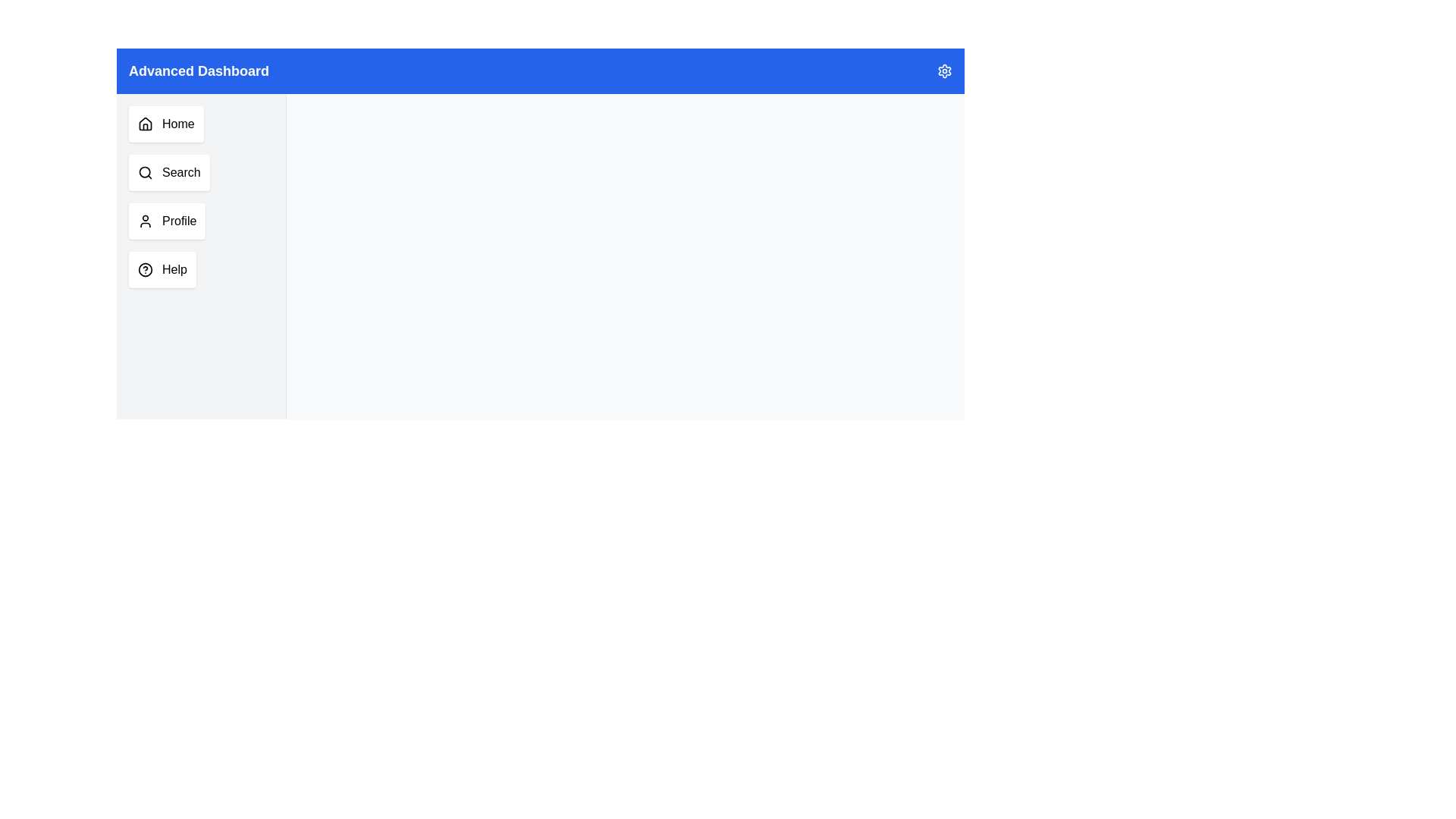 This screenshot has height=819, width=1456. I want to click on the SVG circle that represents the 'Help' function in the vertical navigation menu, located in the left panel, specifically as the fourth item below the 'Profile' section, so click(146, 268).